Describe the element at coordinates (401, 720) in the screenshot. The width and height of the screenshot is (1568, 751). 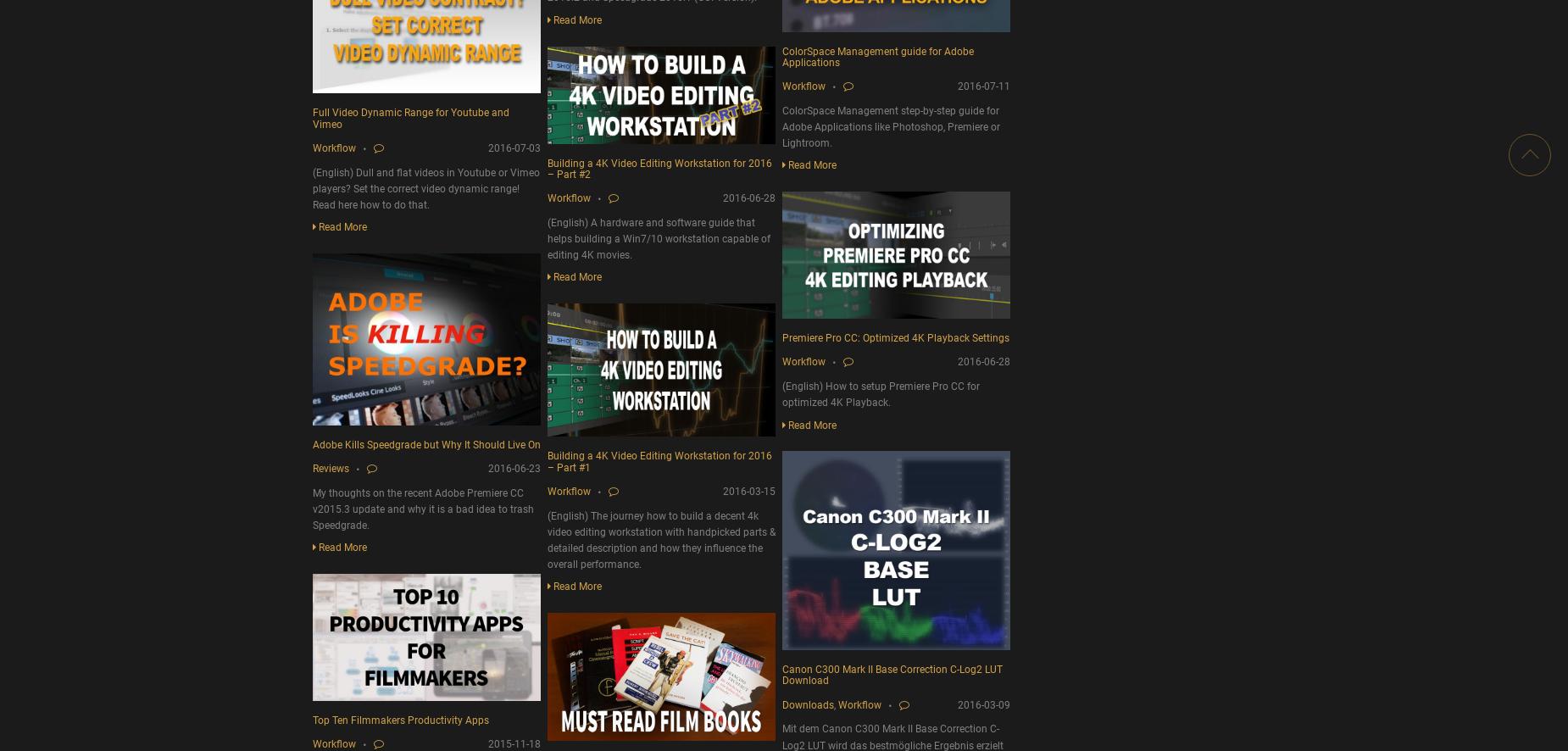
I see `'Top Ten Filmmakers Productivity Apps'` at that location.